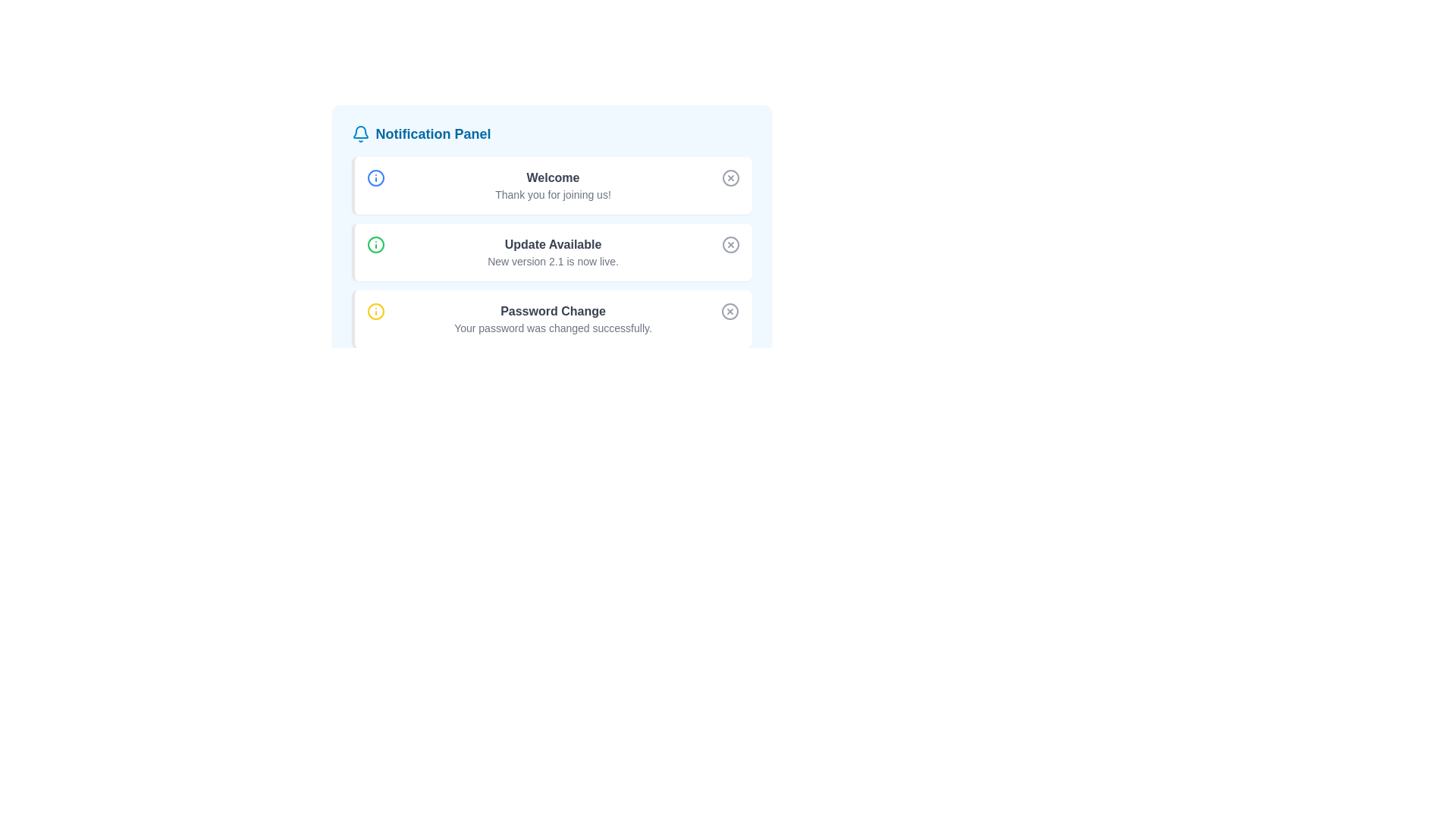  I want to click on the blue circular graphic element with a visible stroke, which is part of an icon indicating information or status, located inside a larger icon to the left of the second notification item in a stacked card list, so click(375, 177).